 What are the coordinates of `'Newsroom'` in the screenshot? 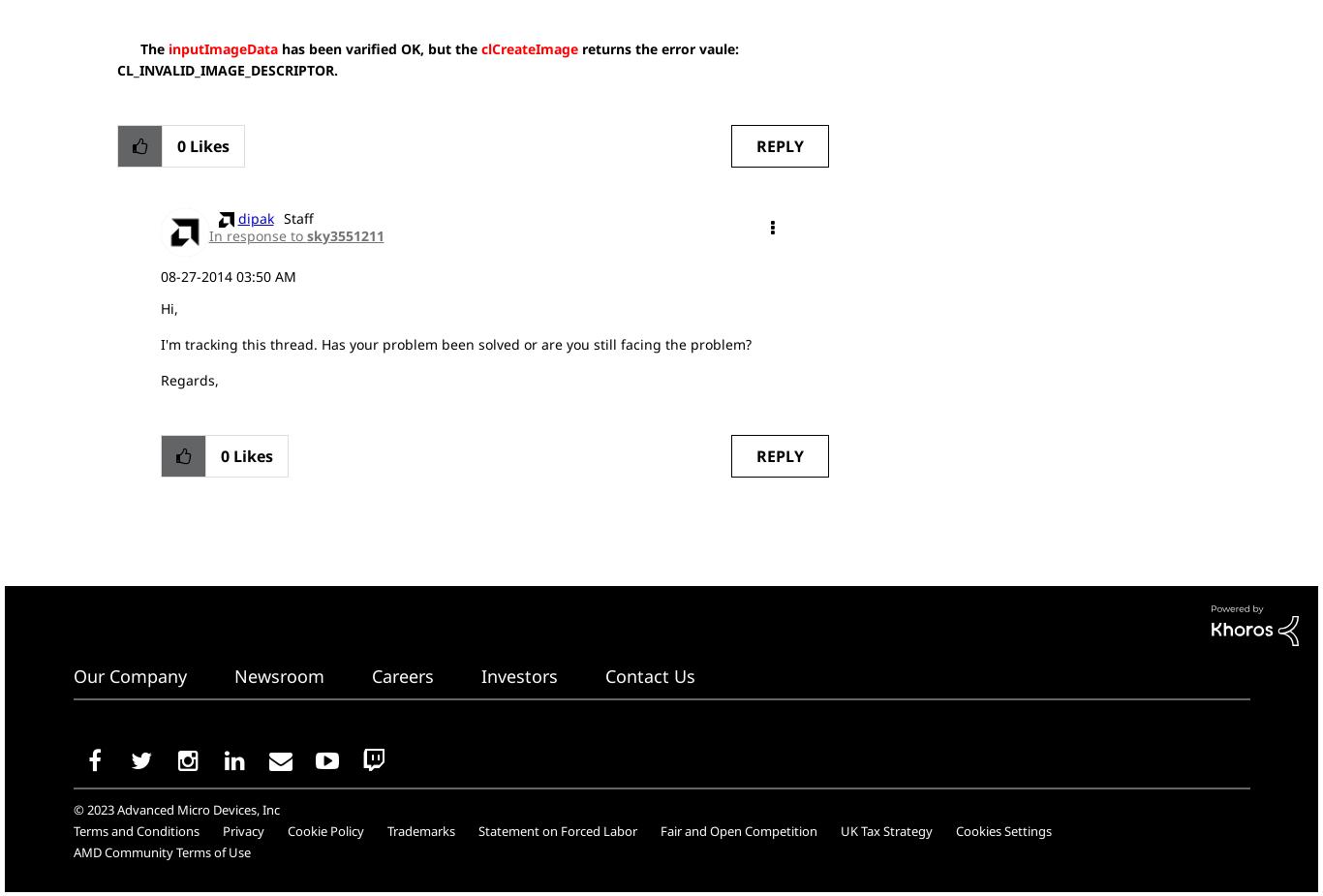 It's located at (278, 676).